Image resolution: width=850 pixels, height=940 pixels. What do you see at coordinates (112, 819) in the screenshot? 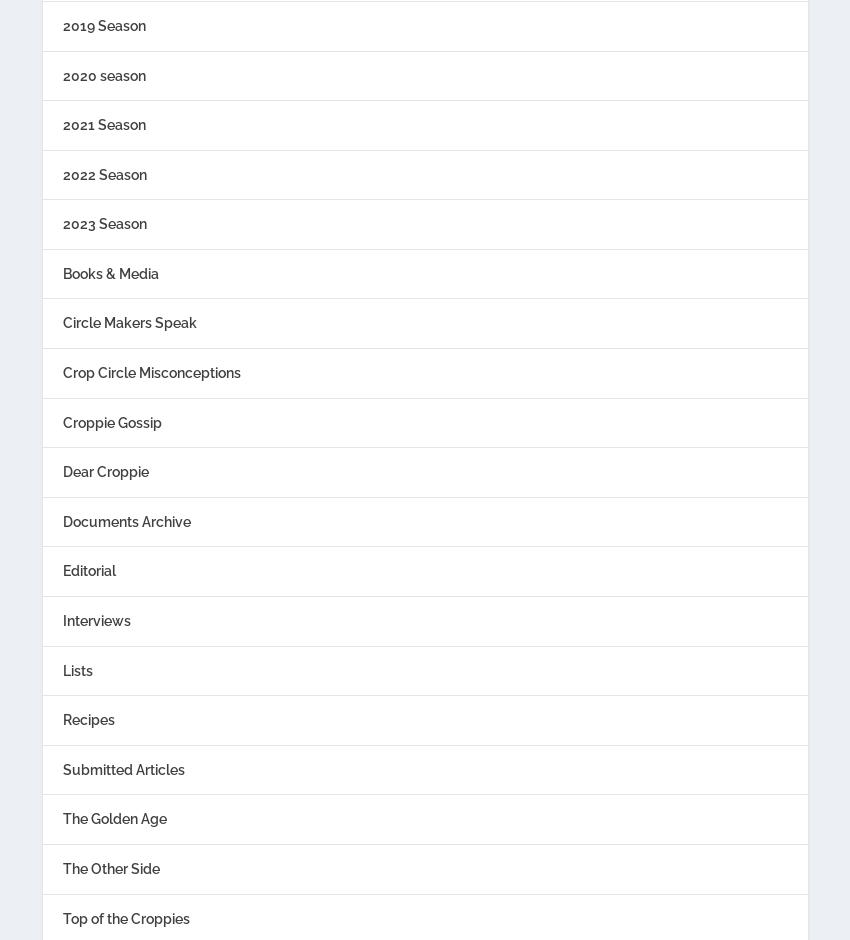
I see `'The Golden Age'` at bounding box center [112, 819].